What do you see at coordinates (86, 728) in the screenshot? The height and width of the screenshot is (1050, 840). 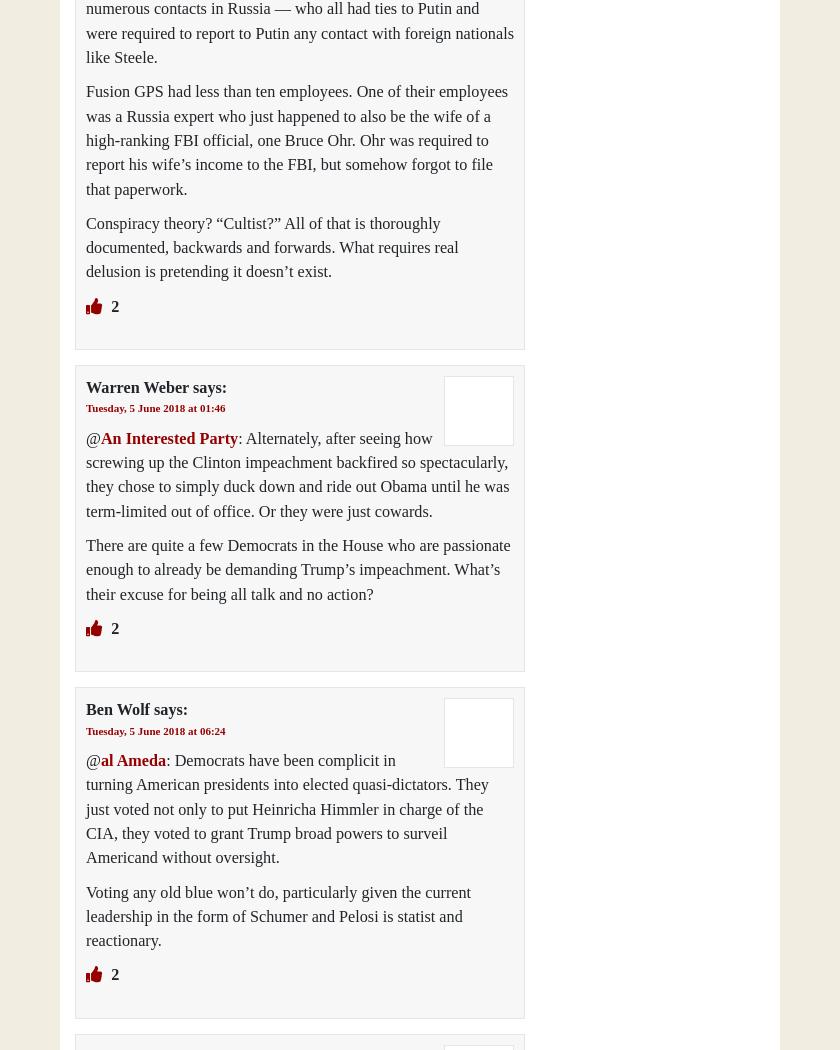 I see `'Tuesday, 5 June 2018 at 06:24'` at bounding box center [86, 728].